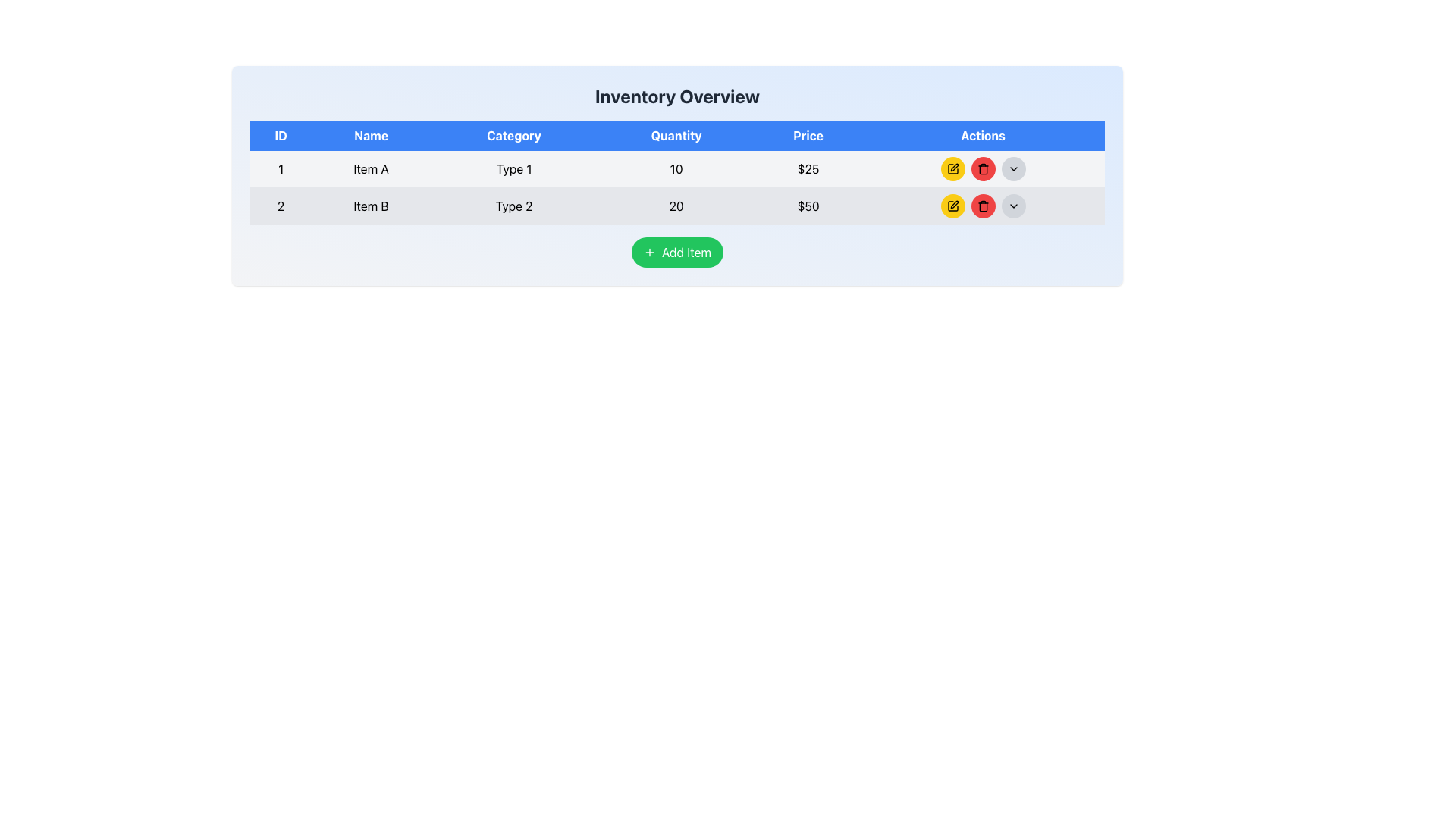  I want to click on the 'Category' label in the blue header bar, which is located between the 'Name' and 'Quantity' blocks, so click(514, 134).